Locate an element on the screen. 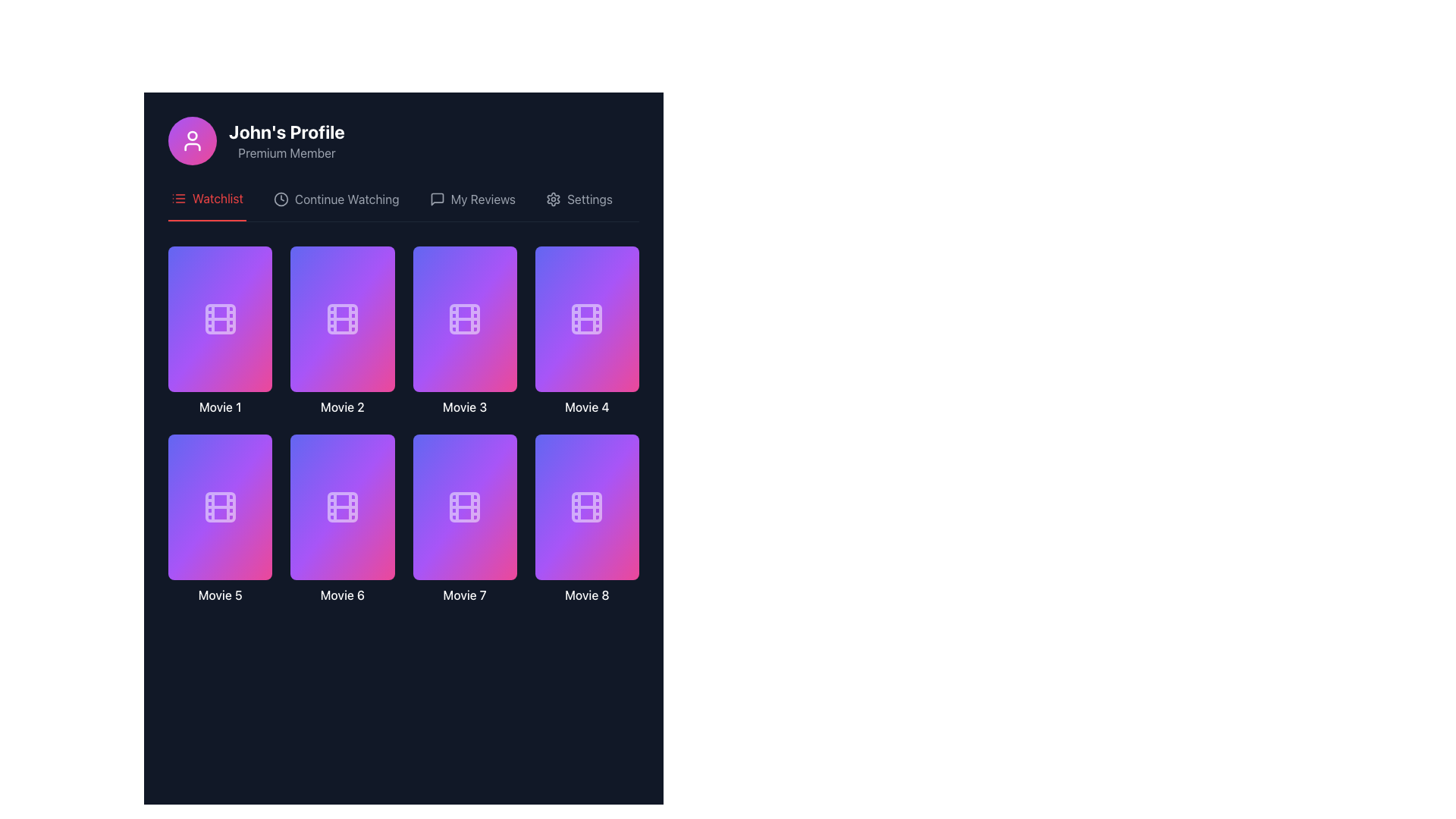 The height and width of the screenshot is (819, 1456). the second text label in the vertical list of movie entries, which serves as the title for the associated movie card is located at coordinates (341, 406).